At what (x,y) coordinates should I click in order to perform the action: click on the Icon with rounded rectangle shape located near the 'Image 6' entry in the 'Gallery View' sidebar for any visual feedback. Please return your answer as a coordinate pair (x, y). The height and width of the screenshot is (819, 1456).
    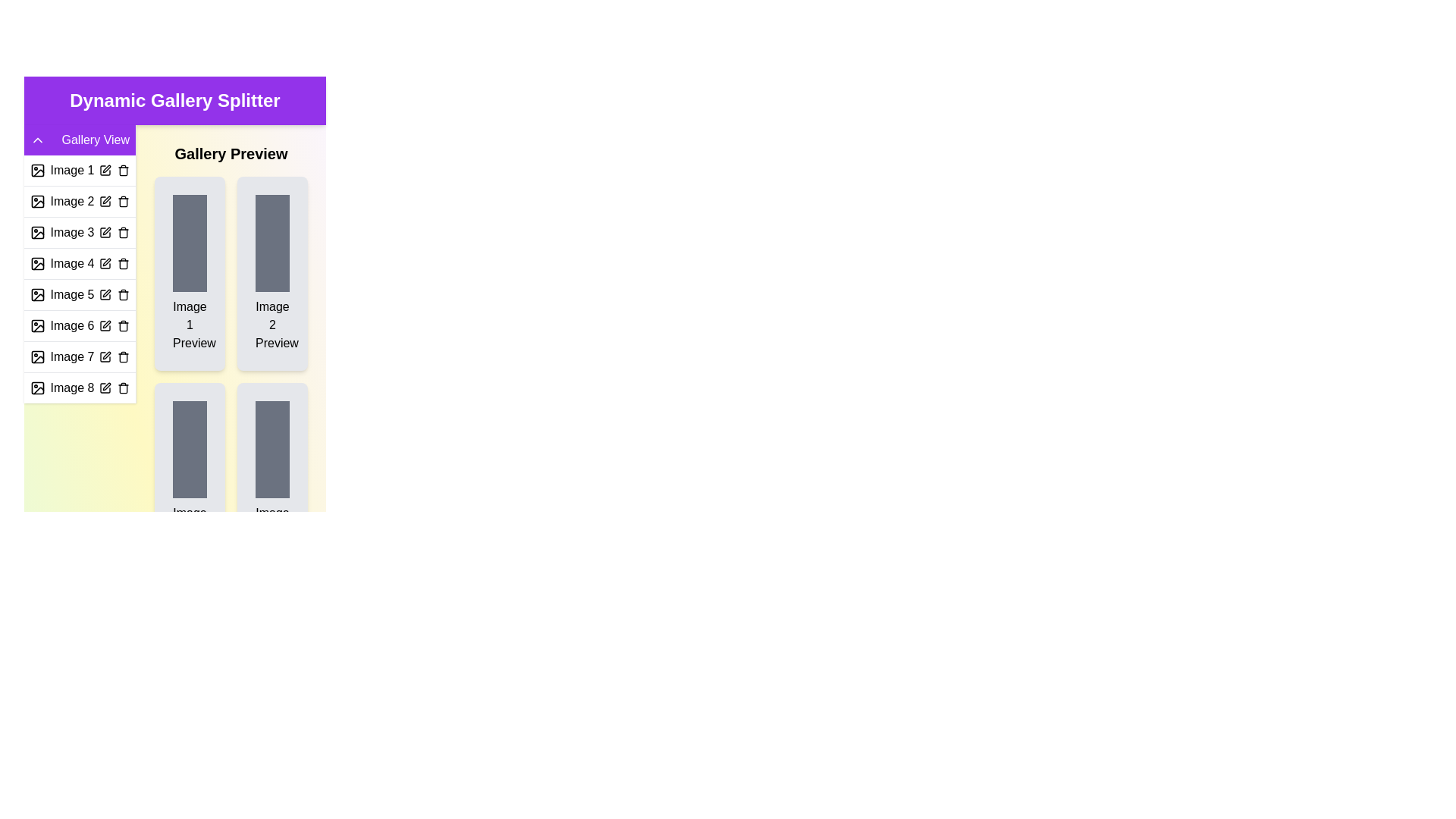
    Looking at the image, I should click on (37, 325).